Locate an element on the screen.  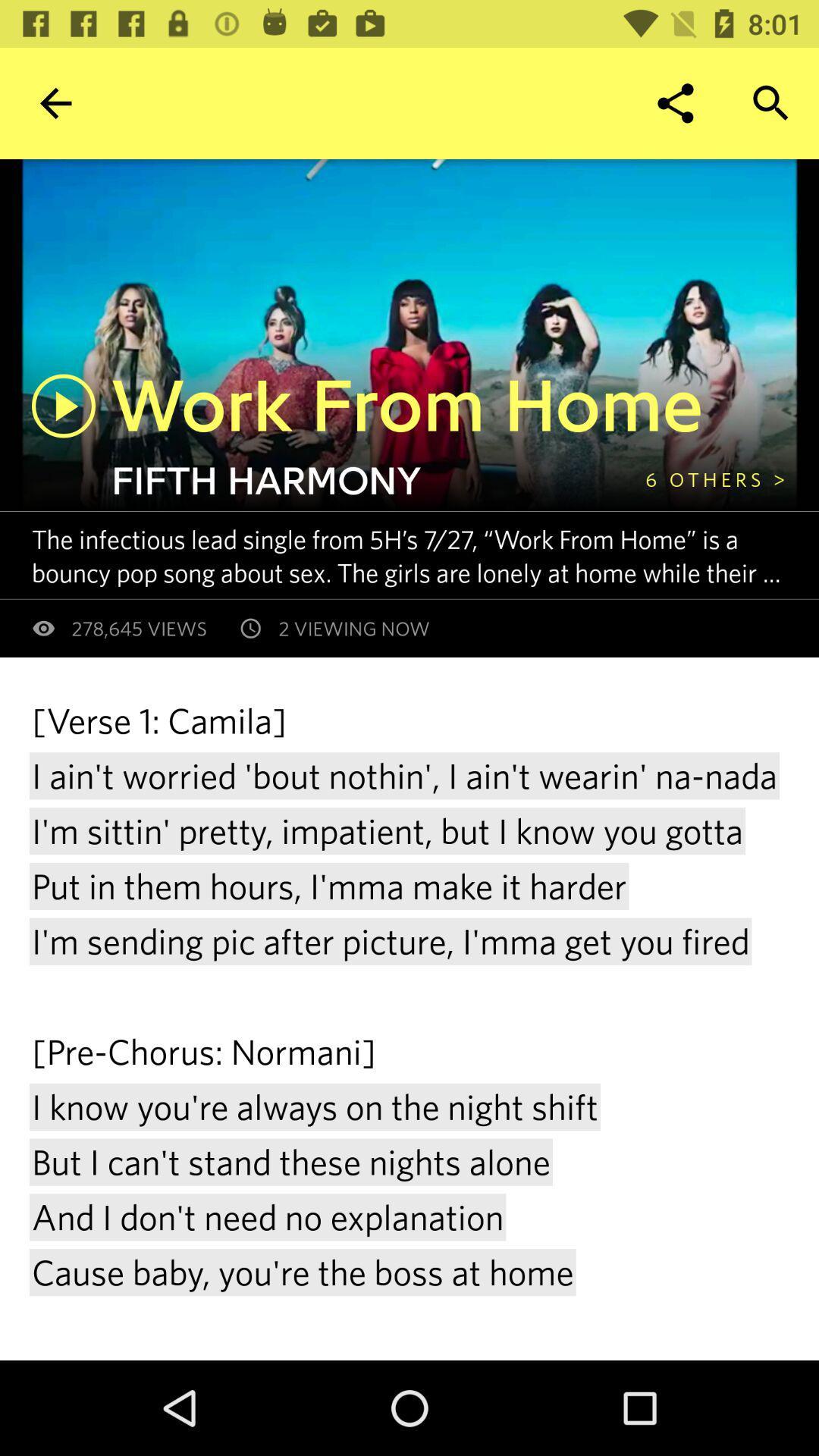
switch play option is located at coordinates (63, 406).